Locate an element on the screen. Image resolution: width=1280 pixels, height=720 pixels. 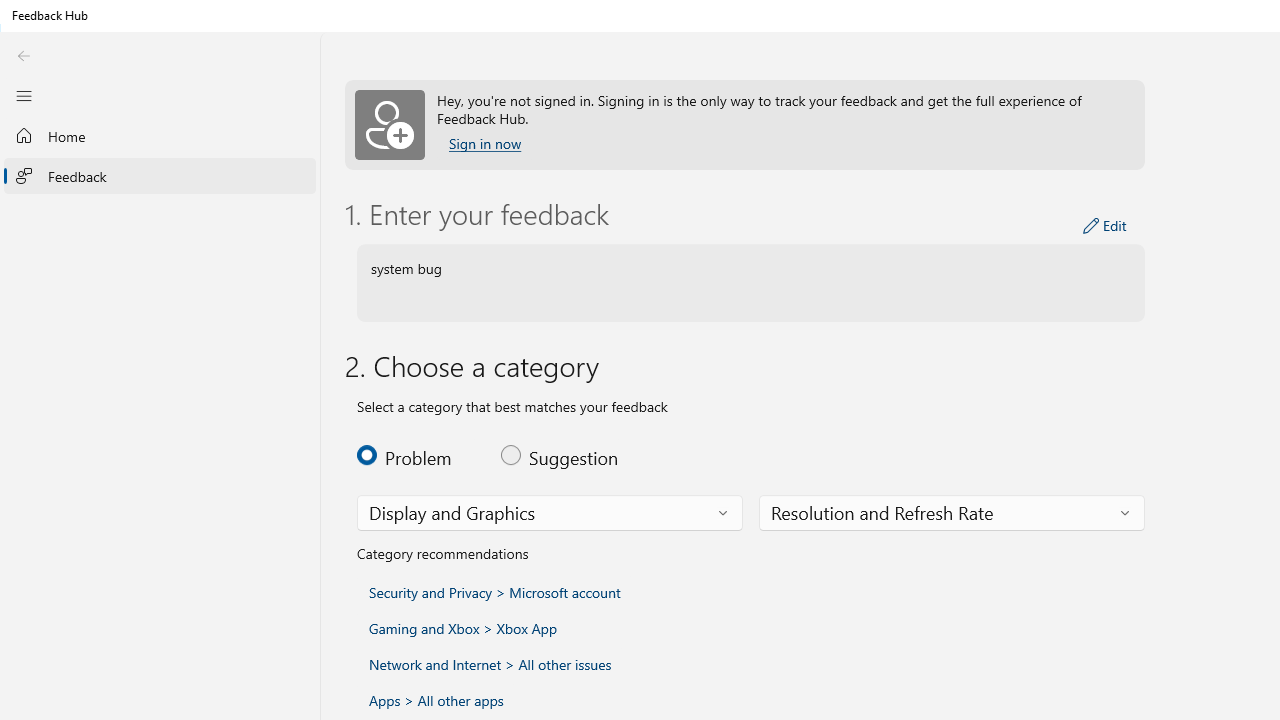
'Sign in now' is located at coordinates (485, 143).